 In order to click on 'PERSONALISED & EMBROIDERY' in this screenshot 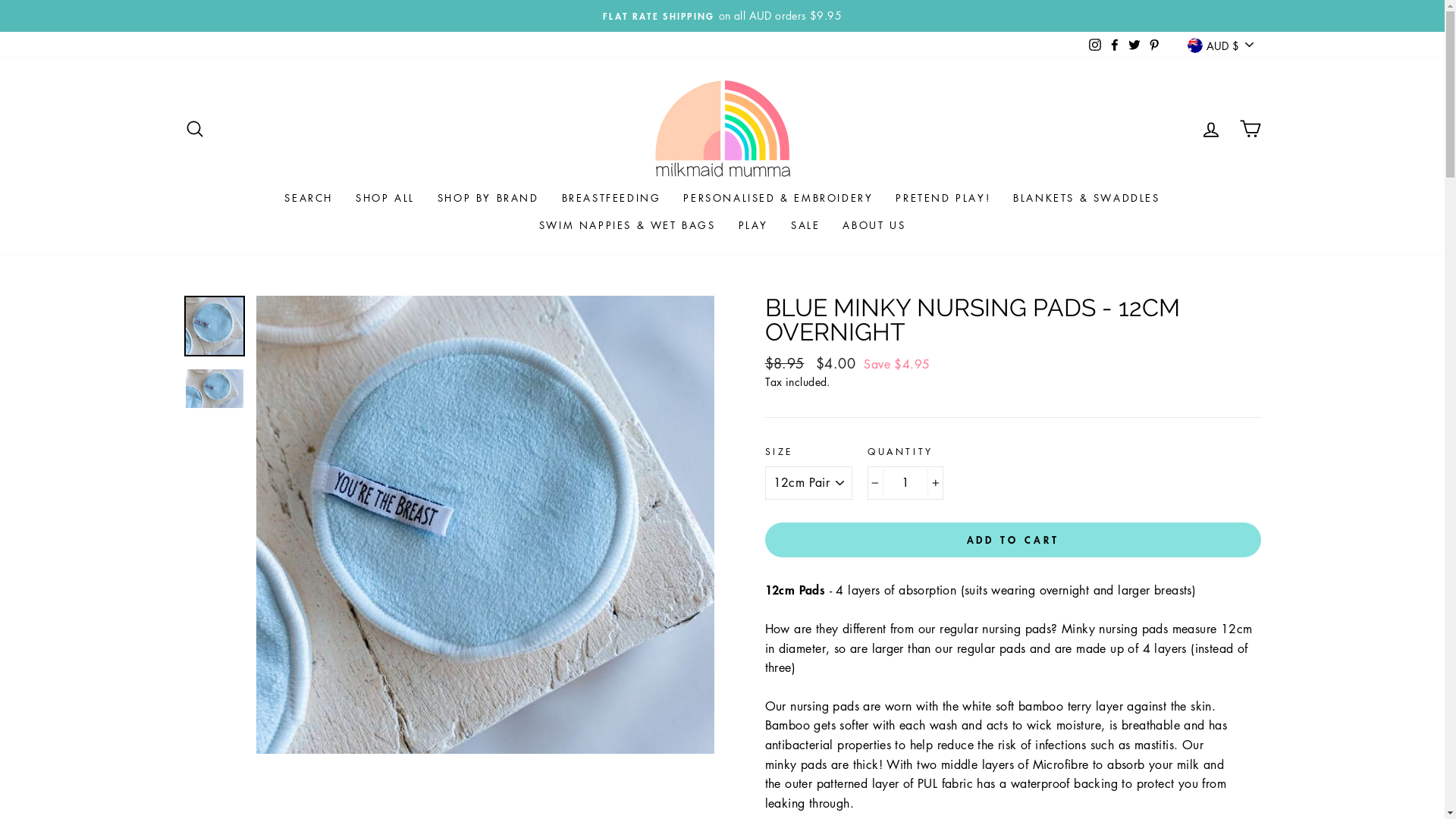, I will do `click(778, 197)`.